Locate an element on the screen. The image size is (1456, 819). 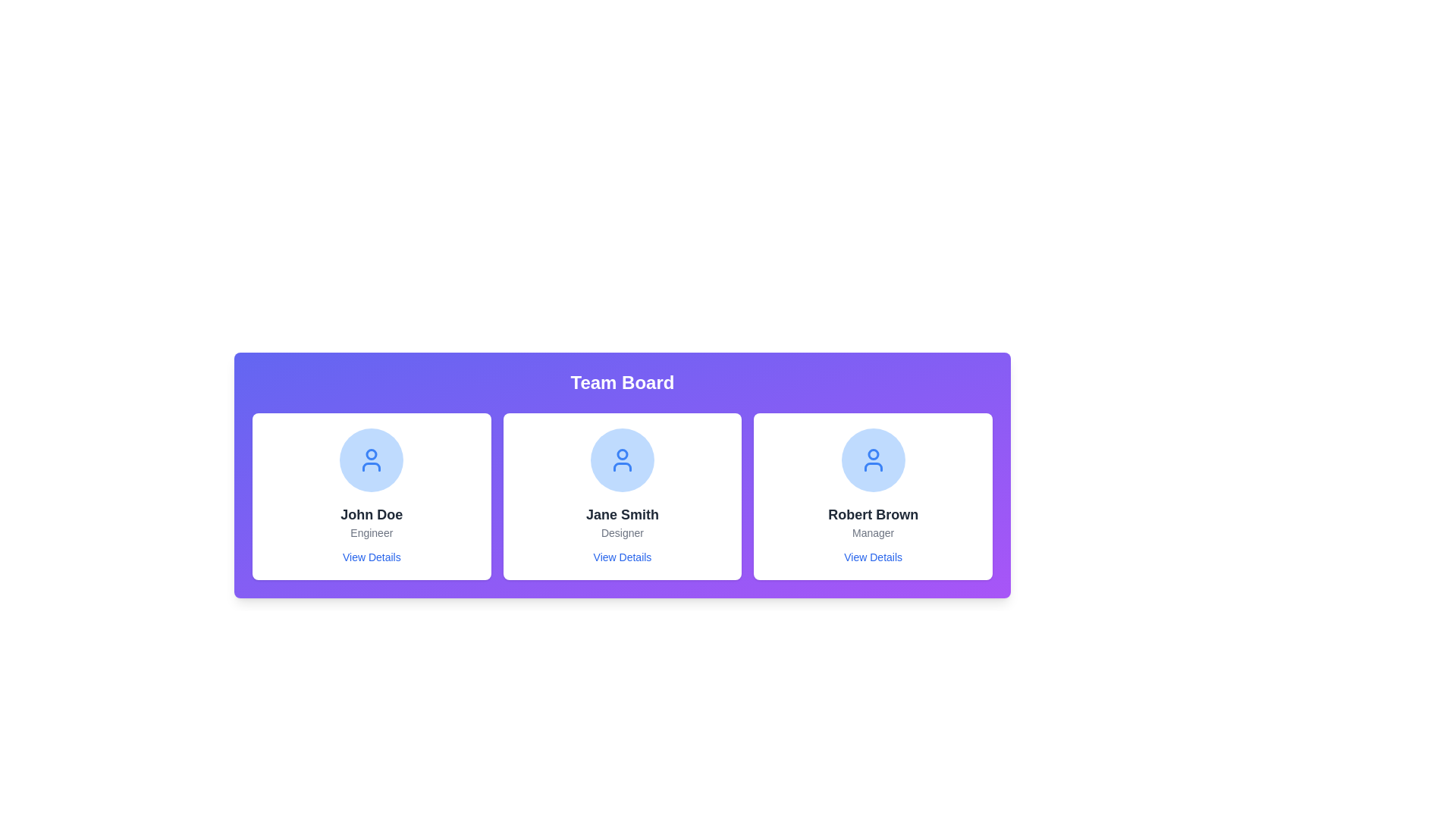
the profile image icon representing the user 'John Doe' located centrally within the profile card, above the text labels 'Engineer' and 'View Details' is located at coordinates (372, 459).